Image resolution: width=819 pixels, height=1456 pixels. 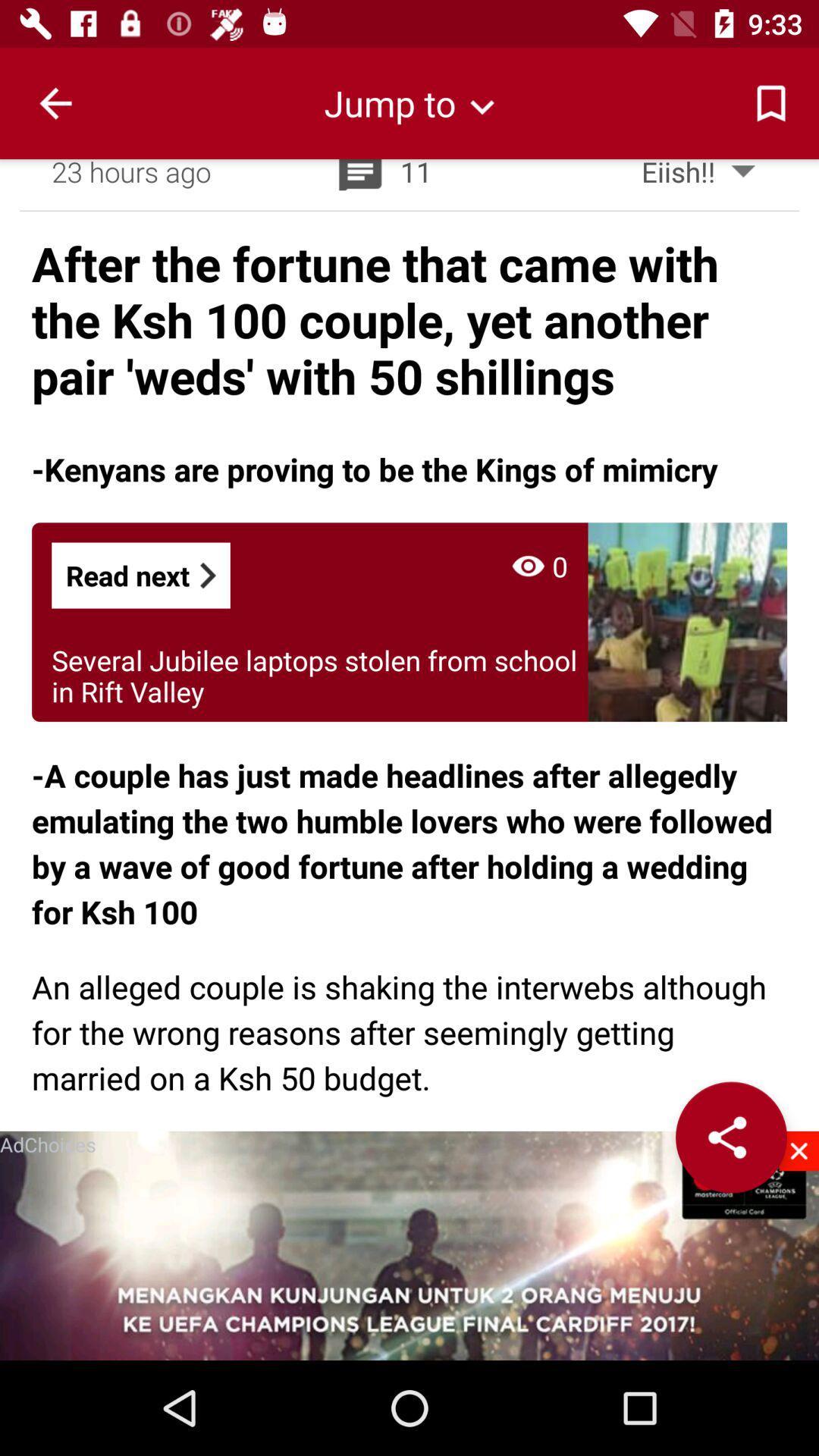 I want to click on the close icon, so click(x=798, y=1150).